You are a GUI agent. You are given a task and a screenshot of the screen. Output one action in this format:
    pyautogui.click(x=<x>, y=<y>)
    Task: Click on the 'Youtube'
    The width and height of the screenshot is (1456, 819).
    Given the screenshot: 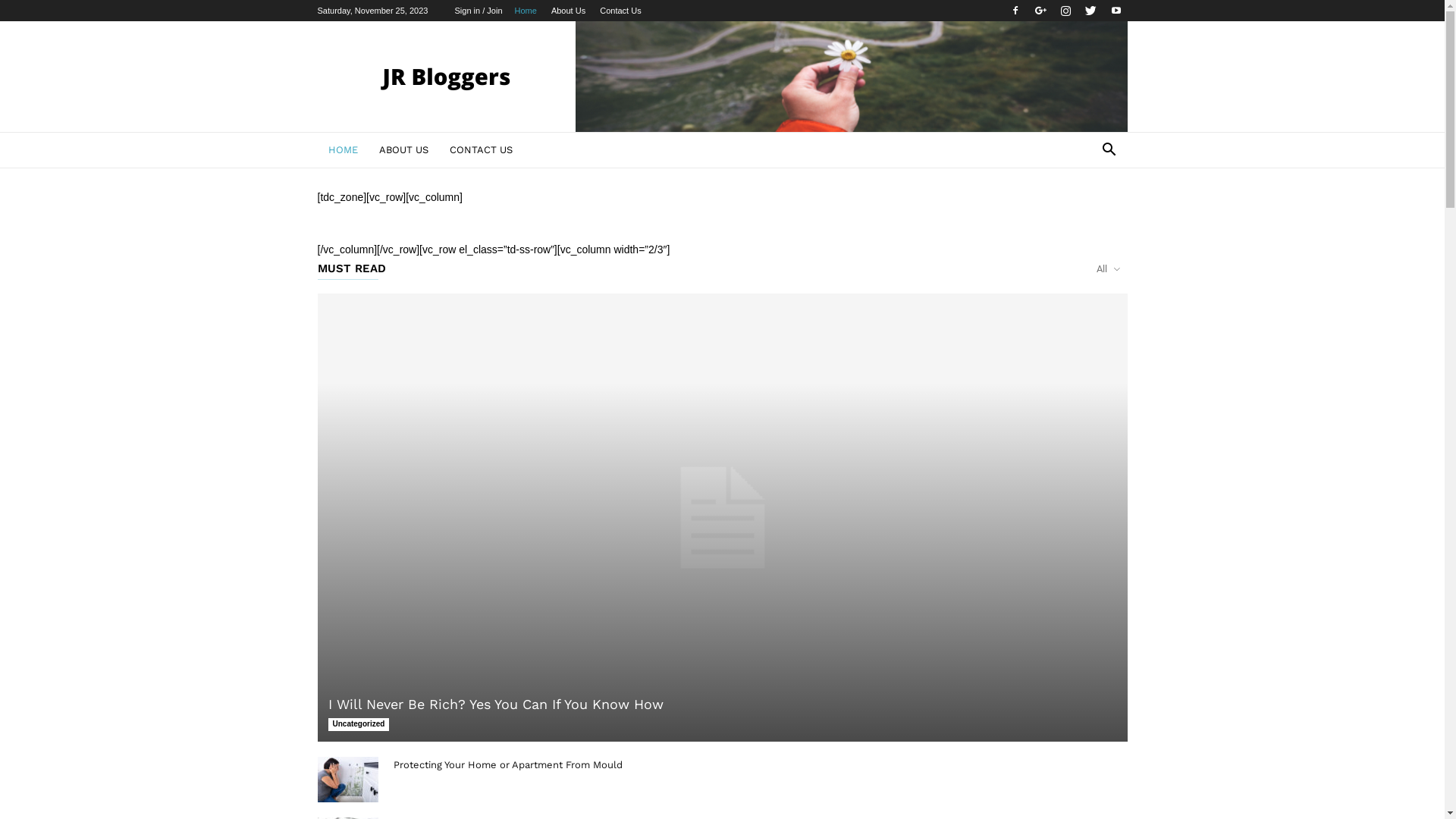 What is the action you would take?
    pyautogui.click(x=1115, y=11)
    